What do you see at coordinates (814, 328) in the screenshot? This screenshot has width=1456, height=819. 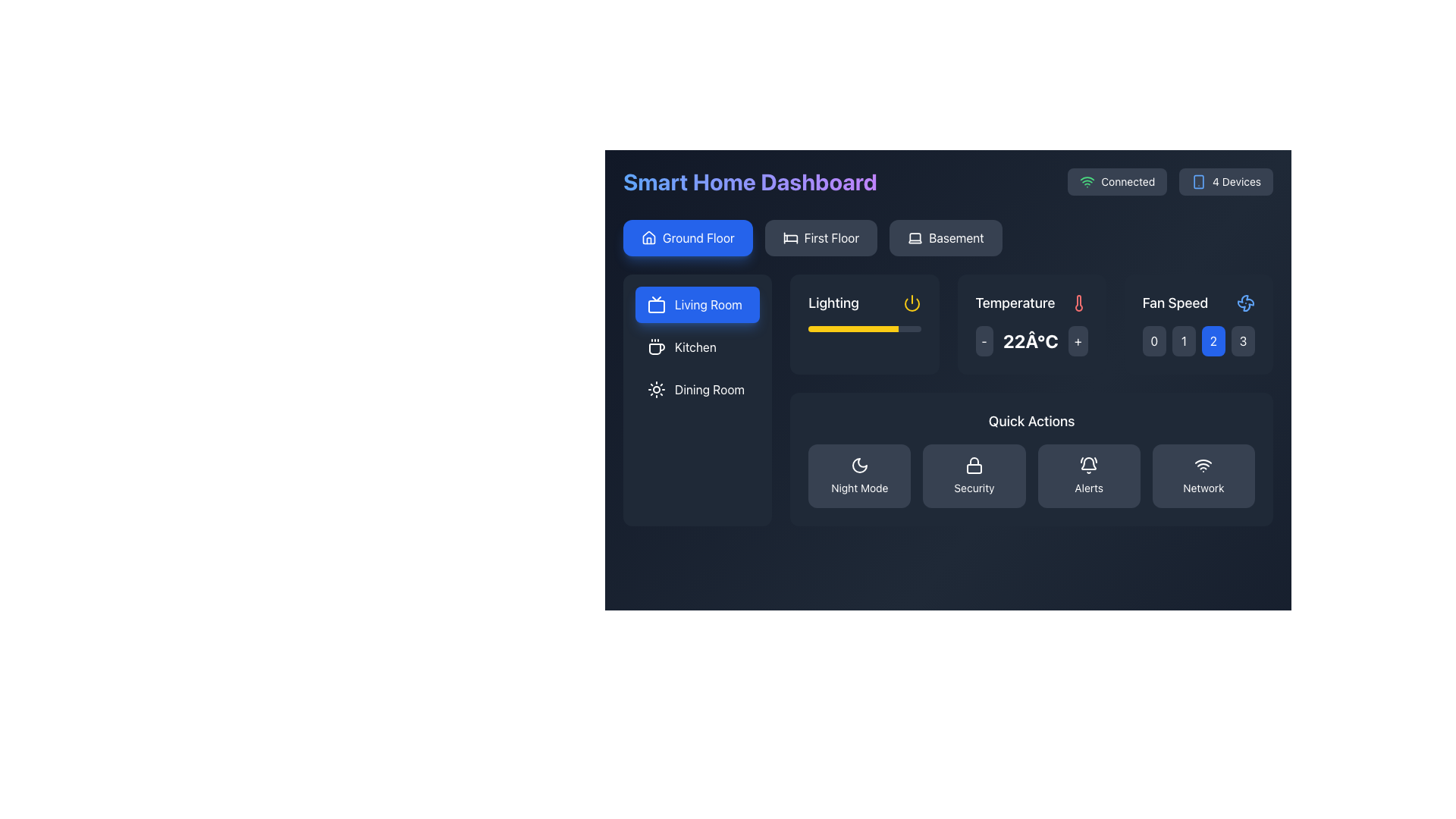 I see `slider` at bounding box center [814, 328].